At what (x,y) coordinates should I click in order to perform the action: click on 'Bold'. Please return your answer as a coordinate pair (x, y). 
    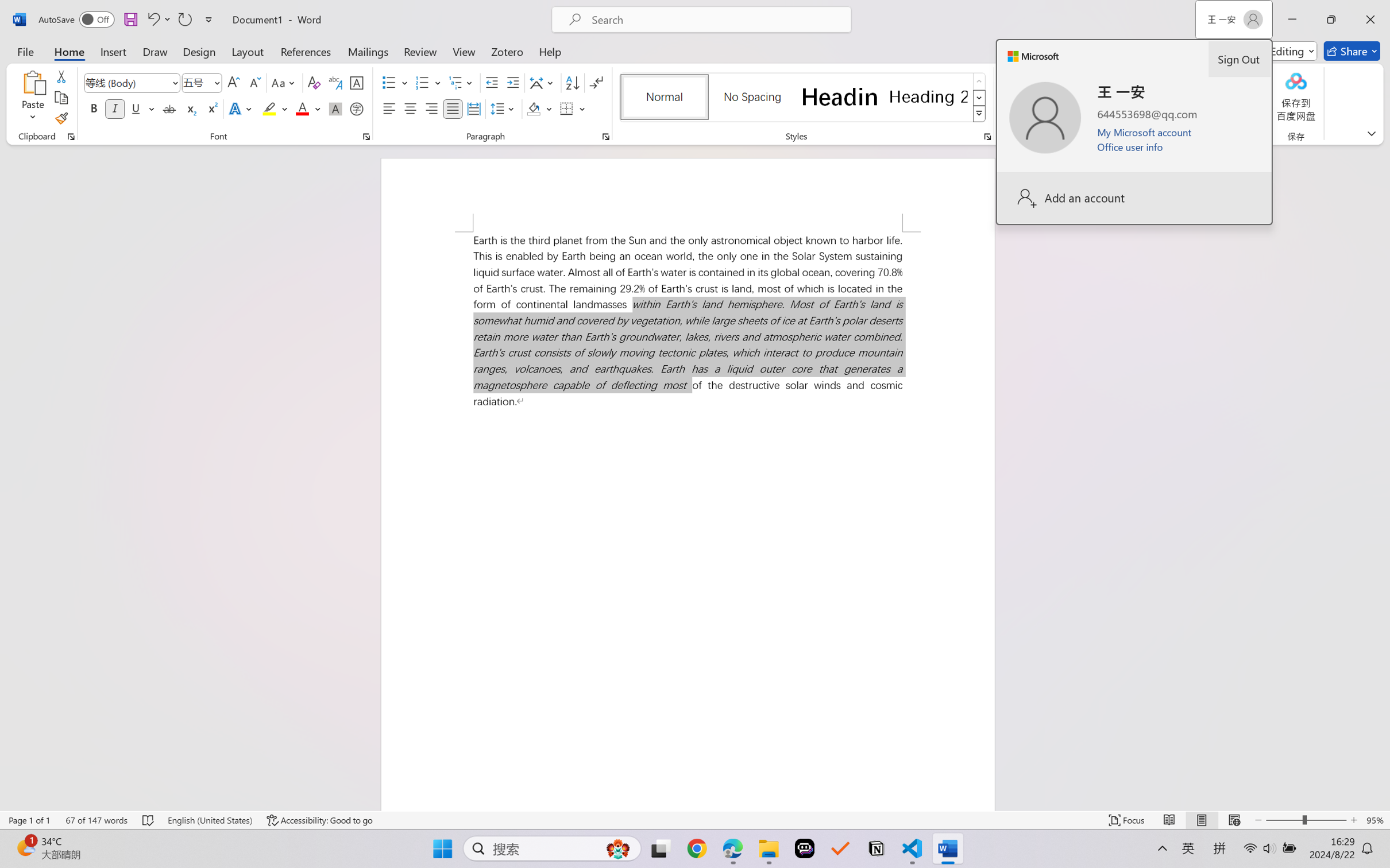
    Looking at the image, I should click on (94, 108).